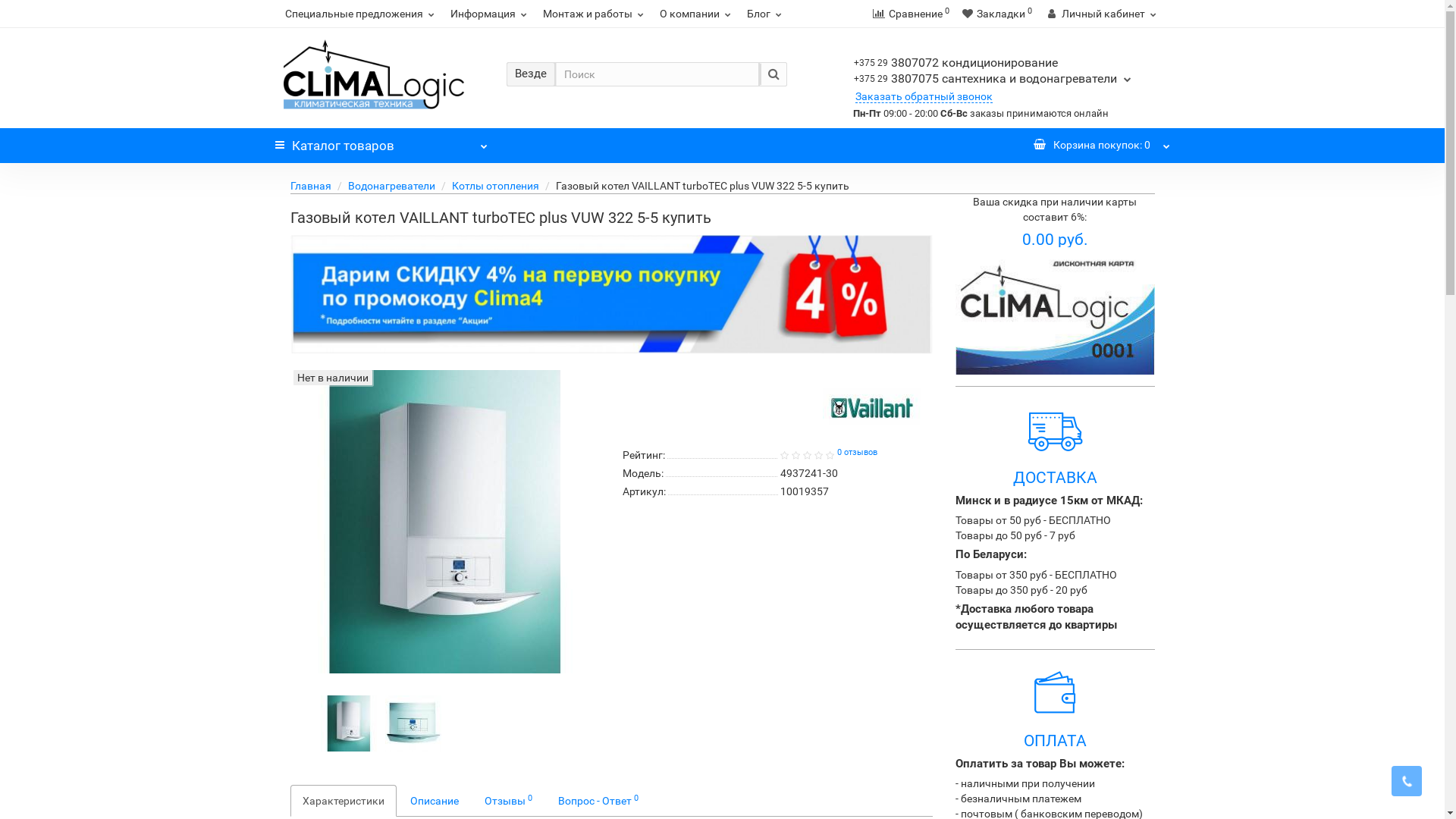 Image resolution: width=1456 pixels, height=819 pixels. Describe the element at coordinates (374, 74) in the screenshot. I see `'Climalogic.by'` at that location.